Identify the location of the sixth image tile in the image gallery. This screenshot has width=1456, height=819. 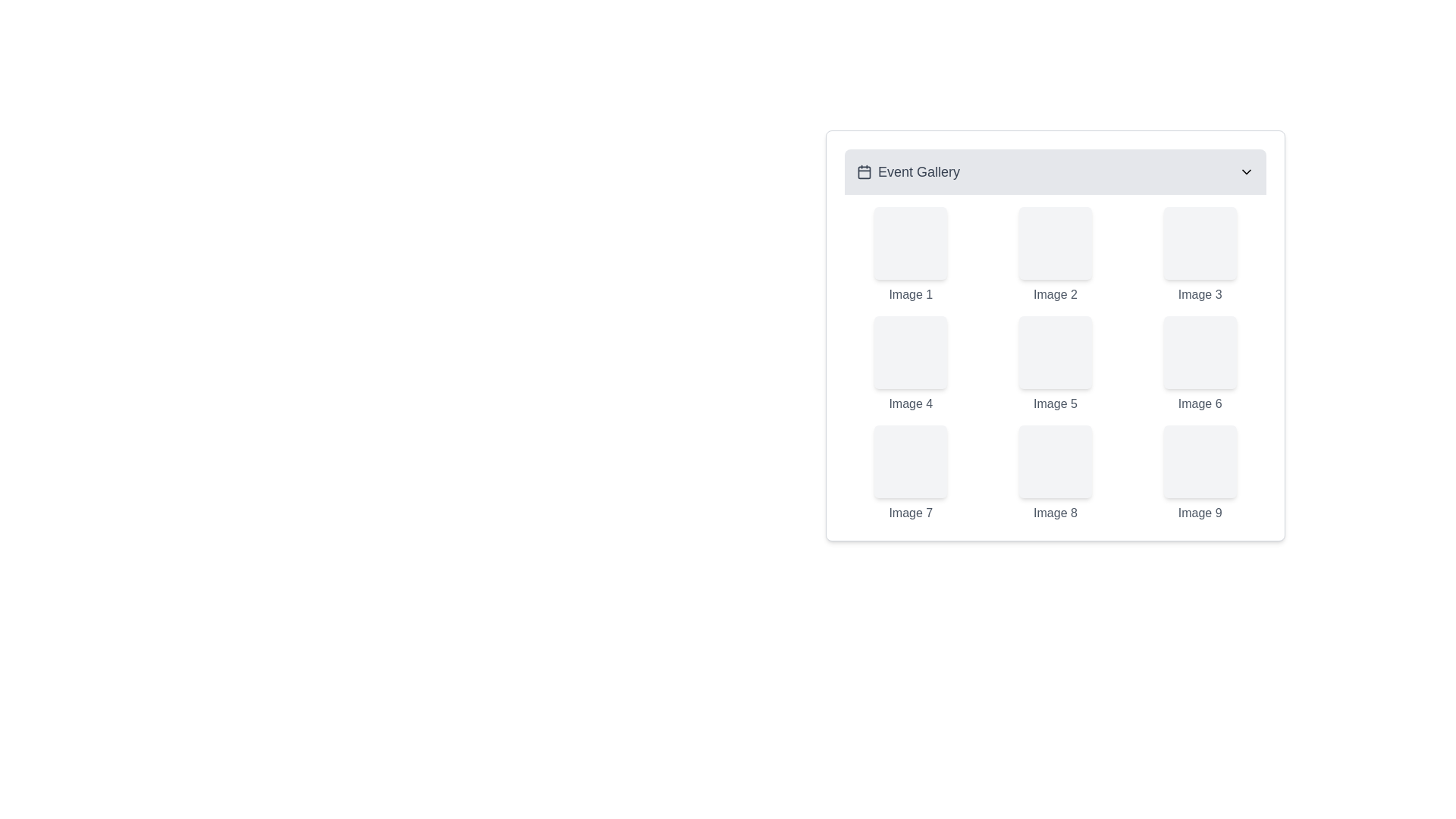
(1199, 365).